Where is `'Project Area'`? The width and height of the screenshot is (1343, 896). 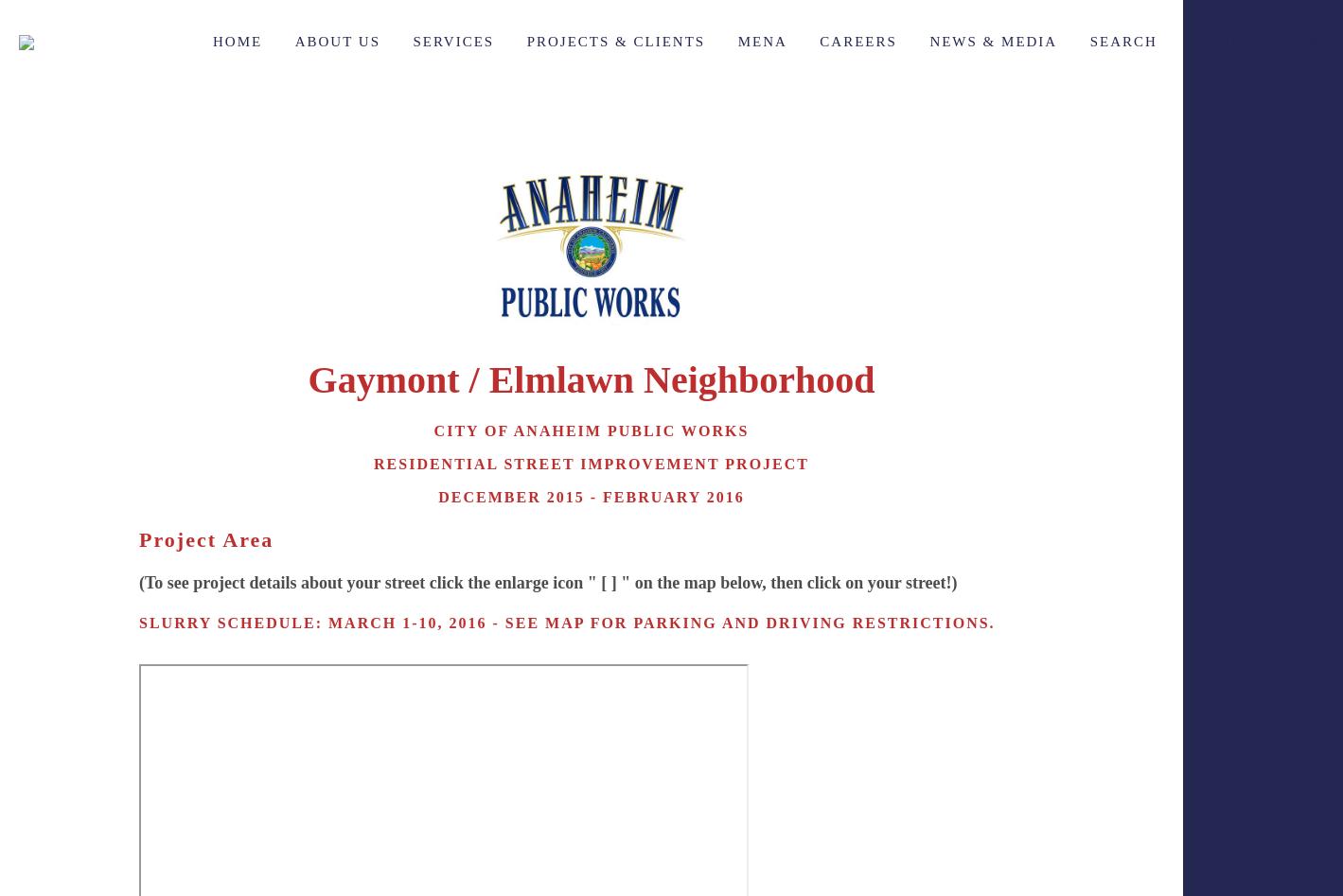 'Project Area' is located at coordinates (138, 538).